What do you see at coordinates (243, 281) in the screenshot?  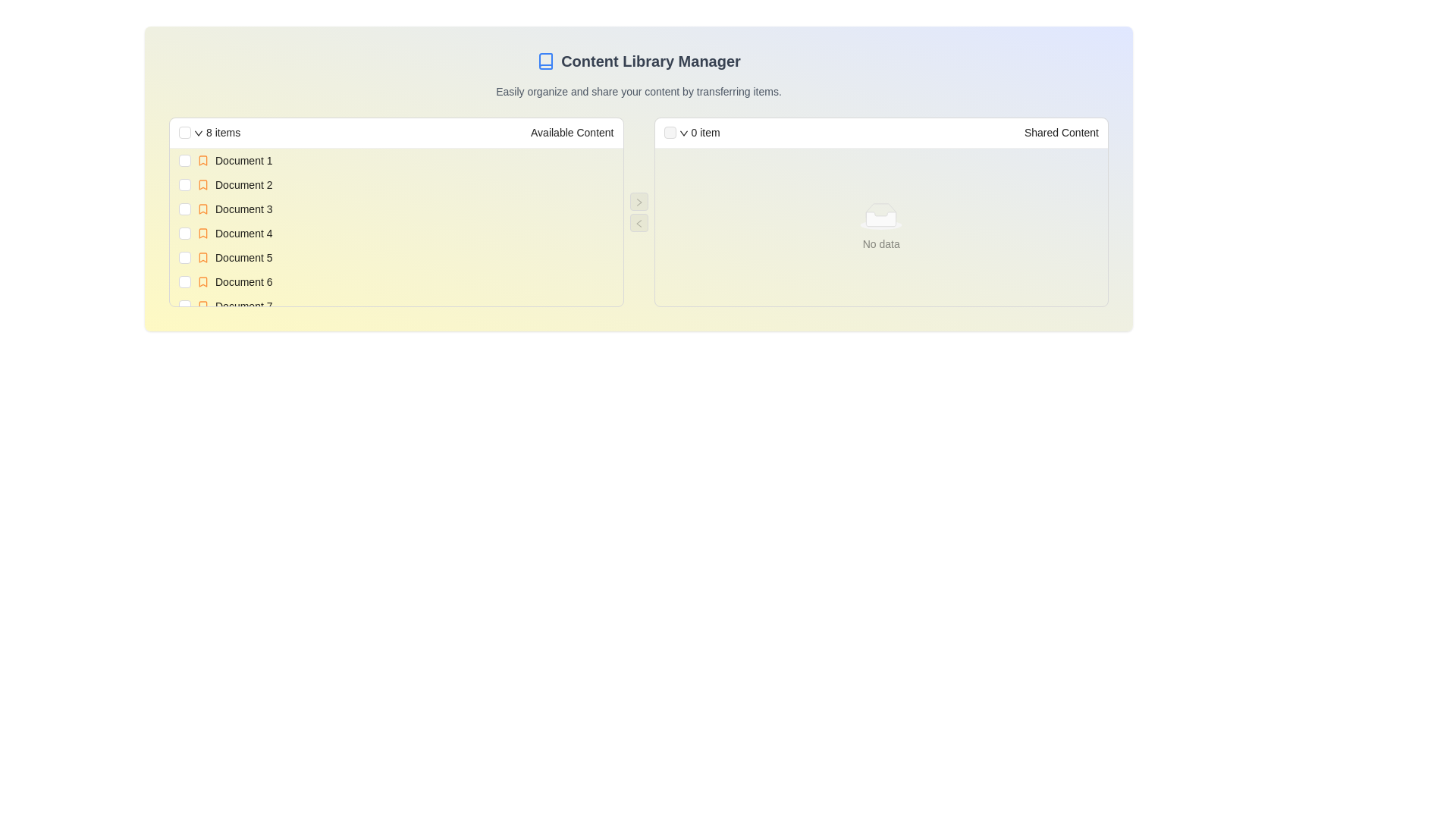 I see `the text label displaying 'Document 6' located adjacent to the bookmark icon in the sixth position of the 'Available Content' section` at bounding box center [243, 281].